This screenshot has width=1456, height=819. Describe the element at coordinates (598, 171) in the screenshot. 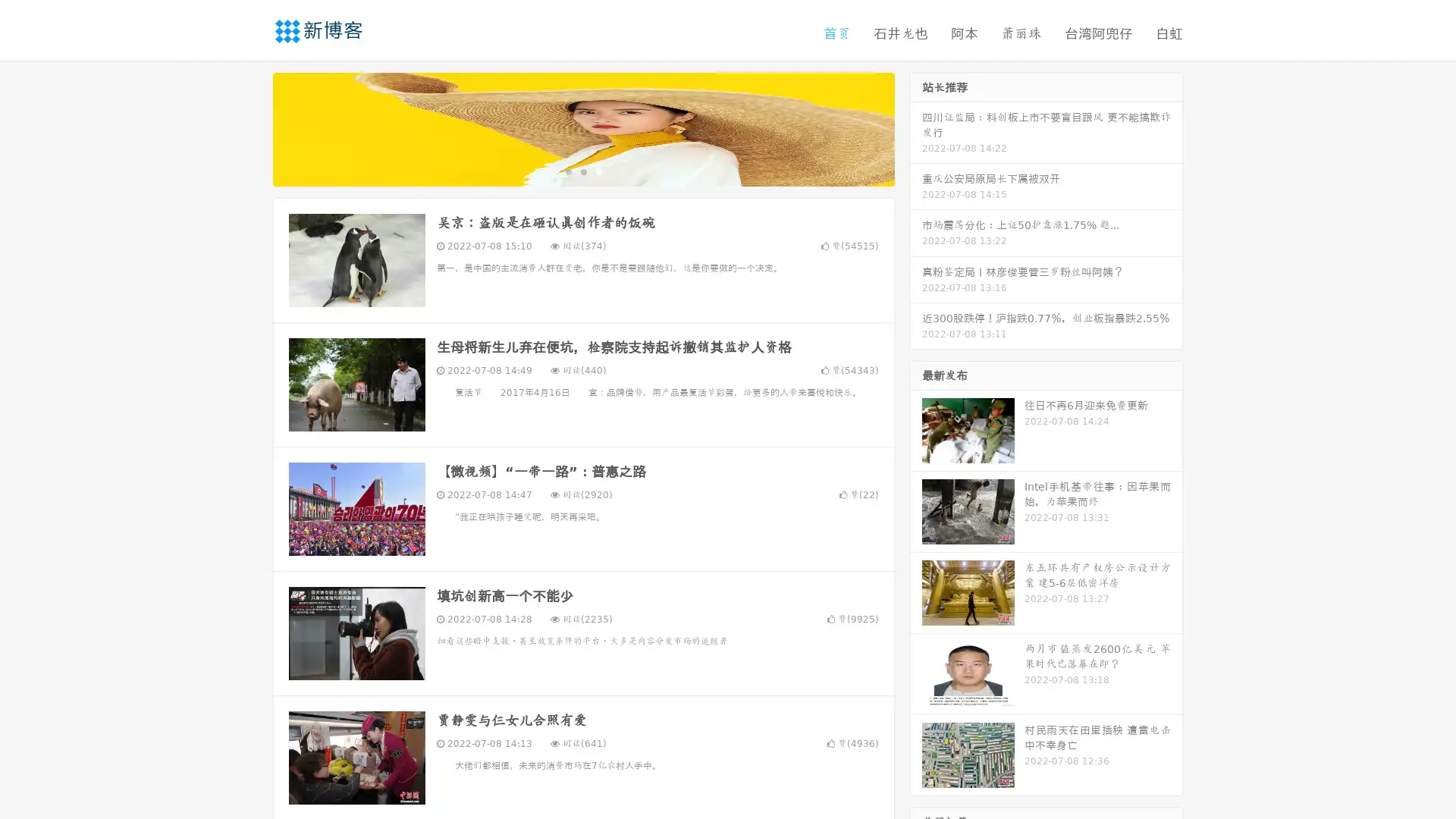

I see `Go to slide 3` at that location.